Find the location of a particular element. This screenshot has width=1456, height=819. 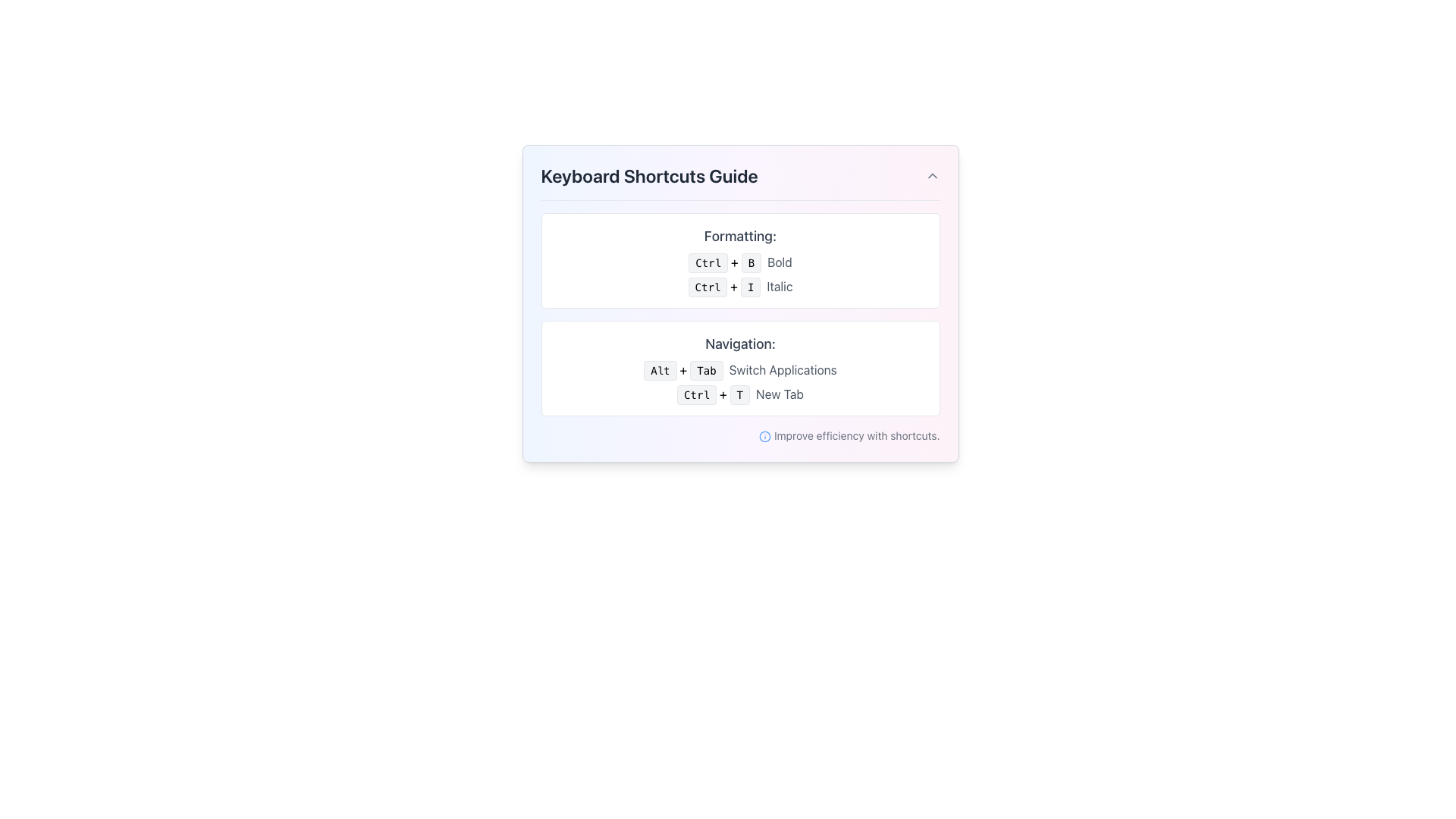

the Icon Button located to the right of the 'Keyboard Shortcuts Guide' text is located at coordinates (931, 174).